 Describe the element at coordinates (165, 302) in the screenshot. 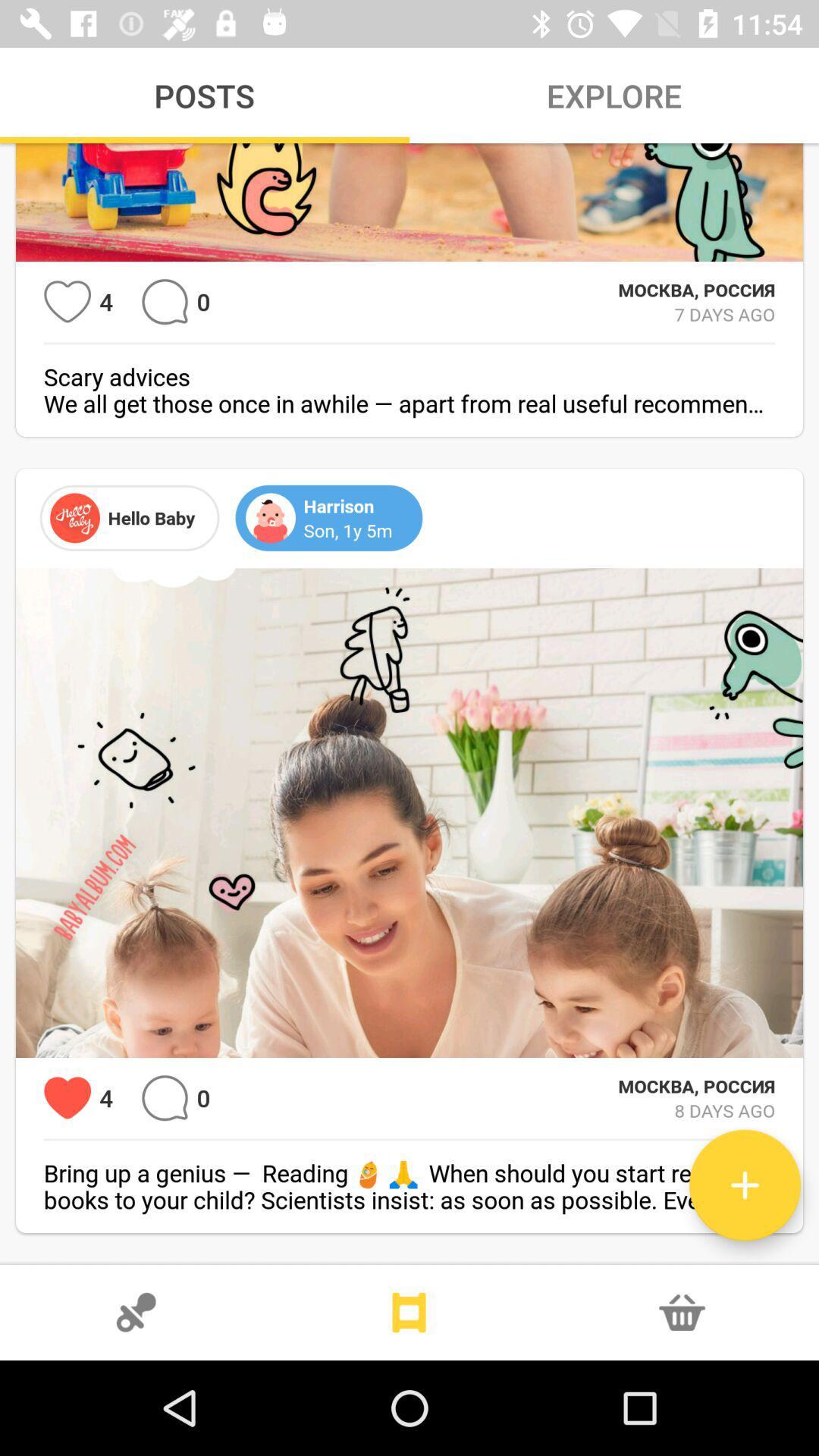

I see `comment` at that location.